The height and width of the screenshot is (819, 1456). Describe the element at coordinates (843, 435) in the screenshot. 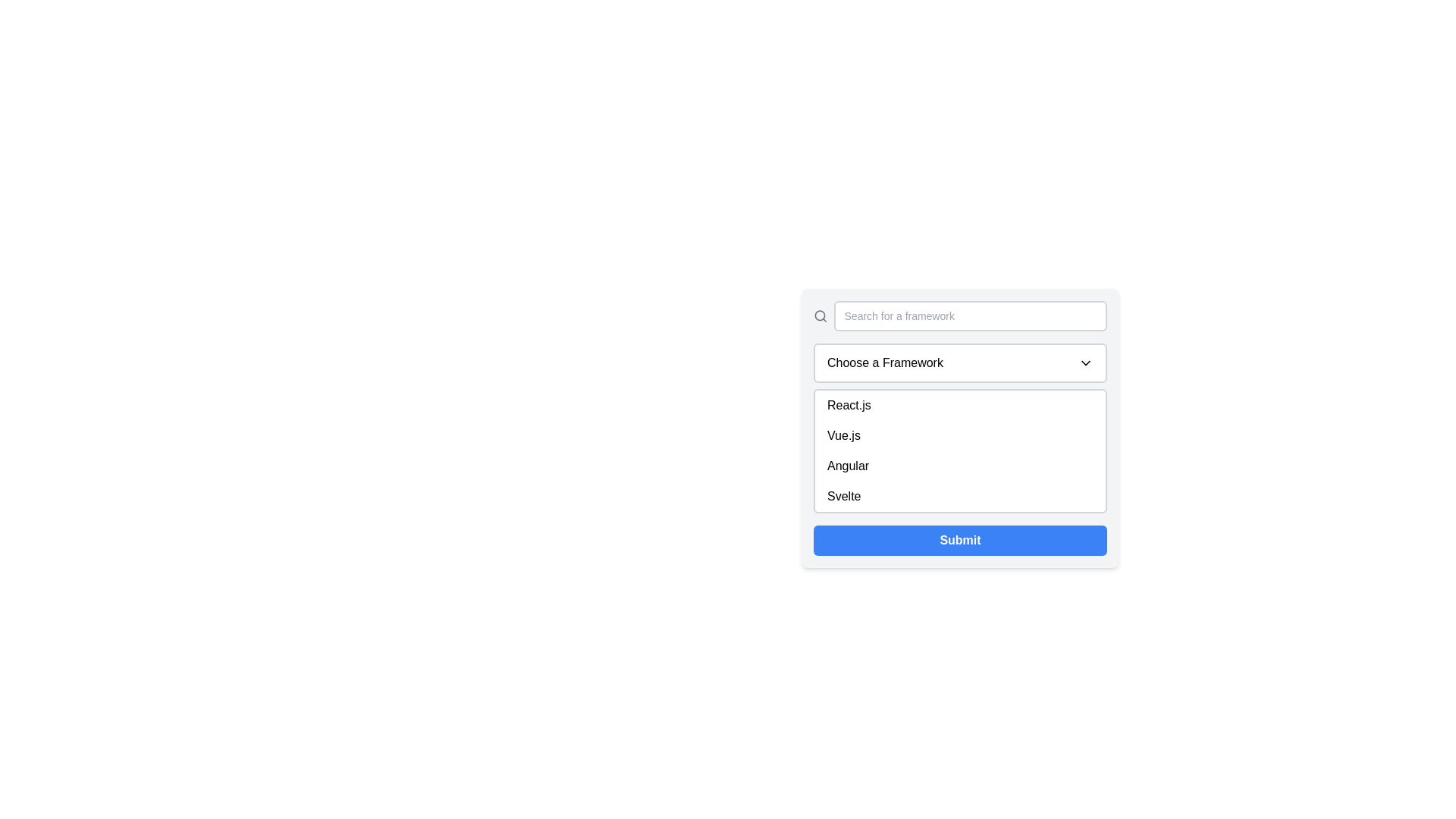

I see `the 'Vue.js' text item in the dropdown list` at that location.